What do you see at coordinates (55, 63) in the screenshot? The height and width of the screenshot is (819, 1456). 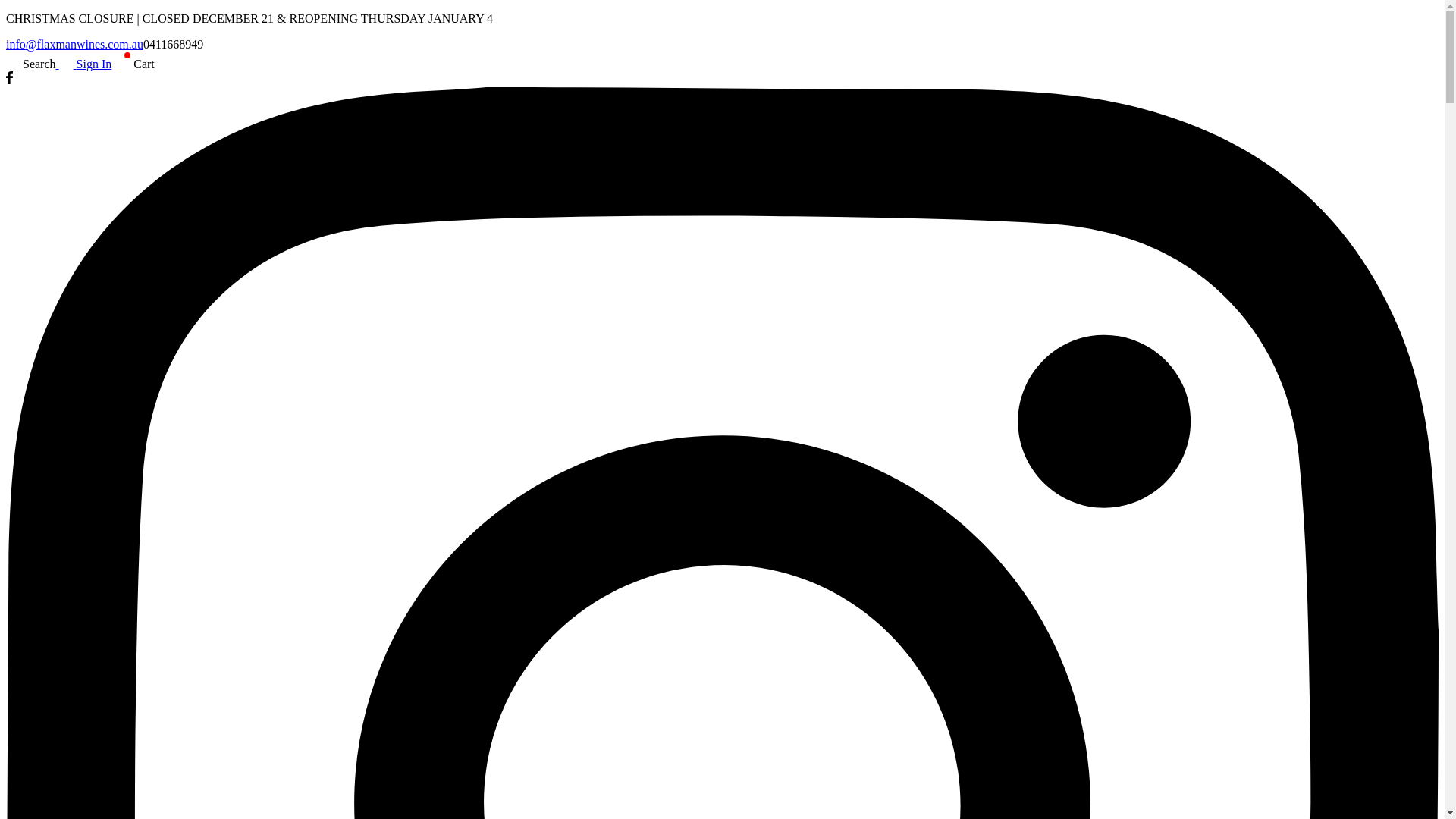 I see `'Sign In'` at bounding box center [55, 63].